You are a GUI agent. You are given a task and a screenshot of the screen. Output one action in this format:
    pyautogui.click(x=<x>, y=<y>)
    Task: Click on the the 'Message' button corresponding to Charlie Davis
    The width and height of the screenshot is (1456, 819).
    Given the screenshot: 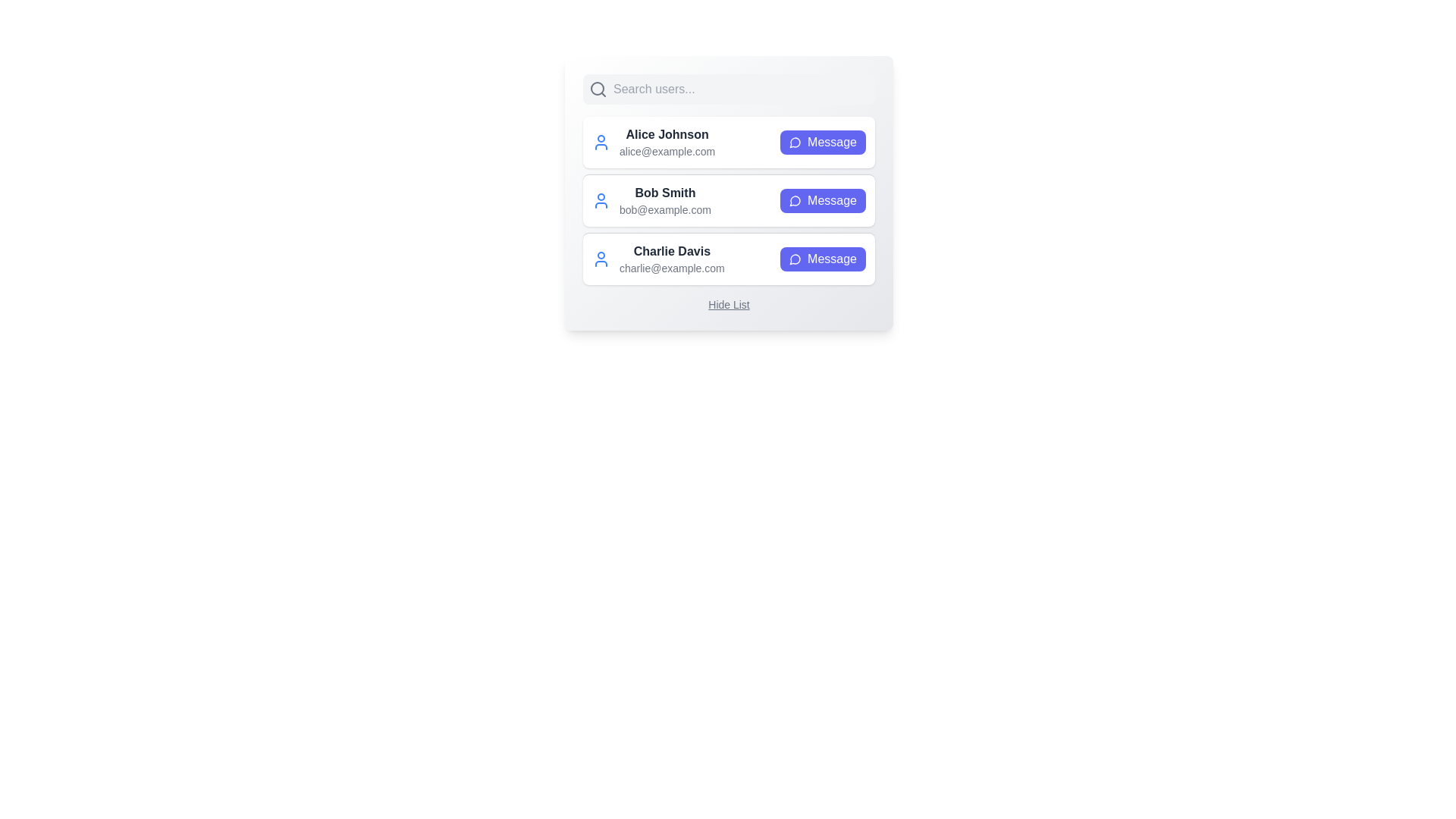 What is the action you would take?
    pyautogui.click(x=822, y=259)
    